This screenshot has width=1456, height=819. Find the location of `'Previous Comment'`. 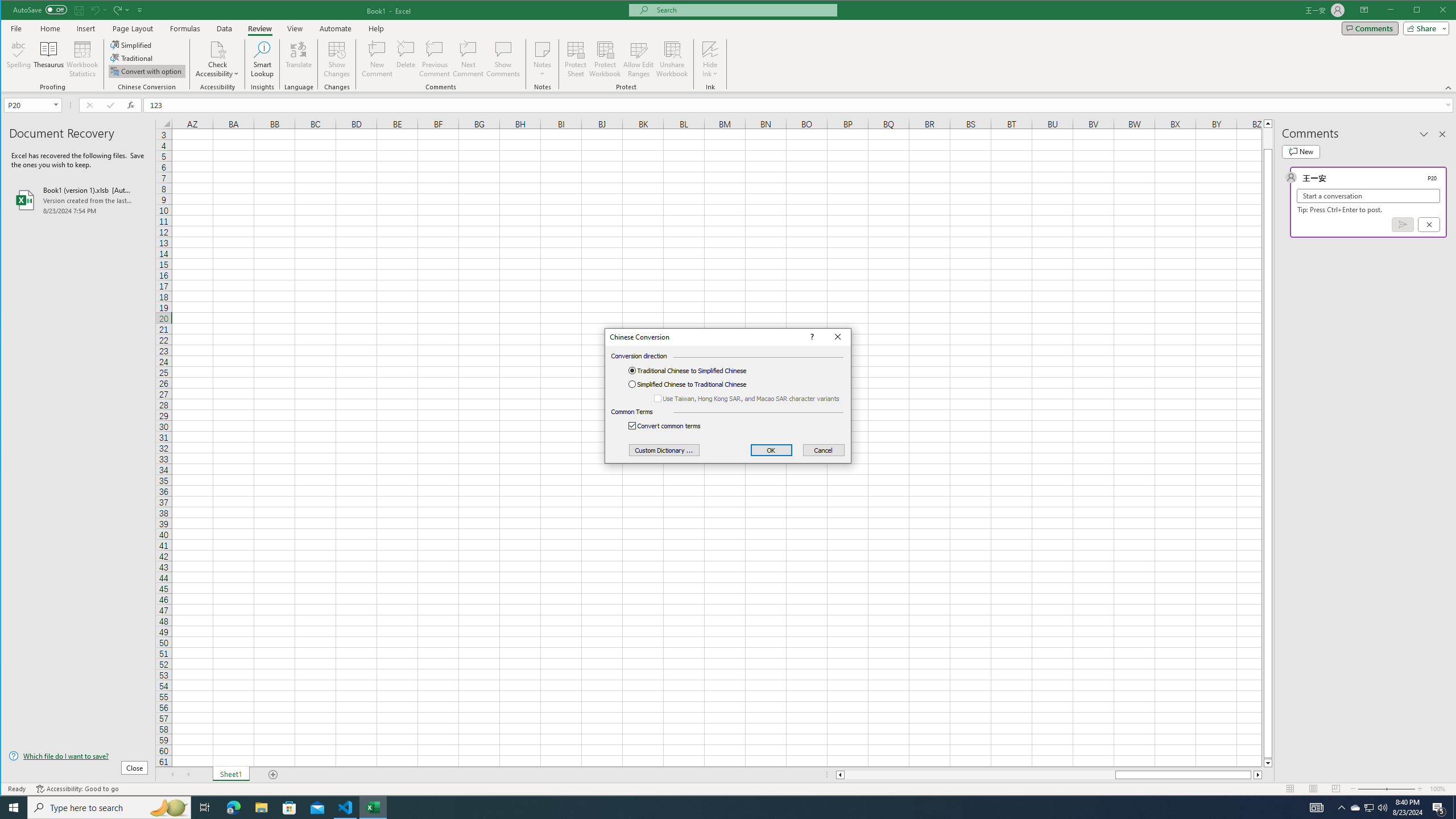

'Previous Comment' is located at coordinates (434, 59).